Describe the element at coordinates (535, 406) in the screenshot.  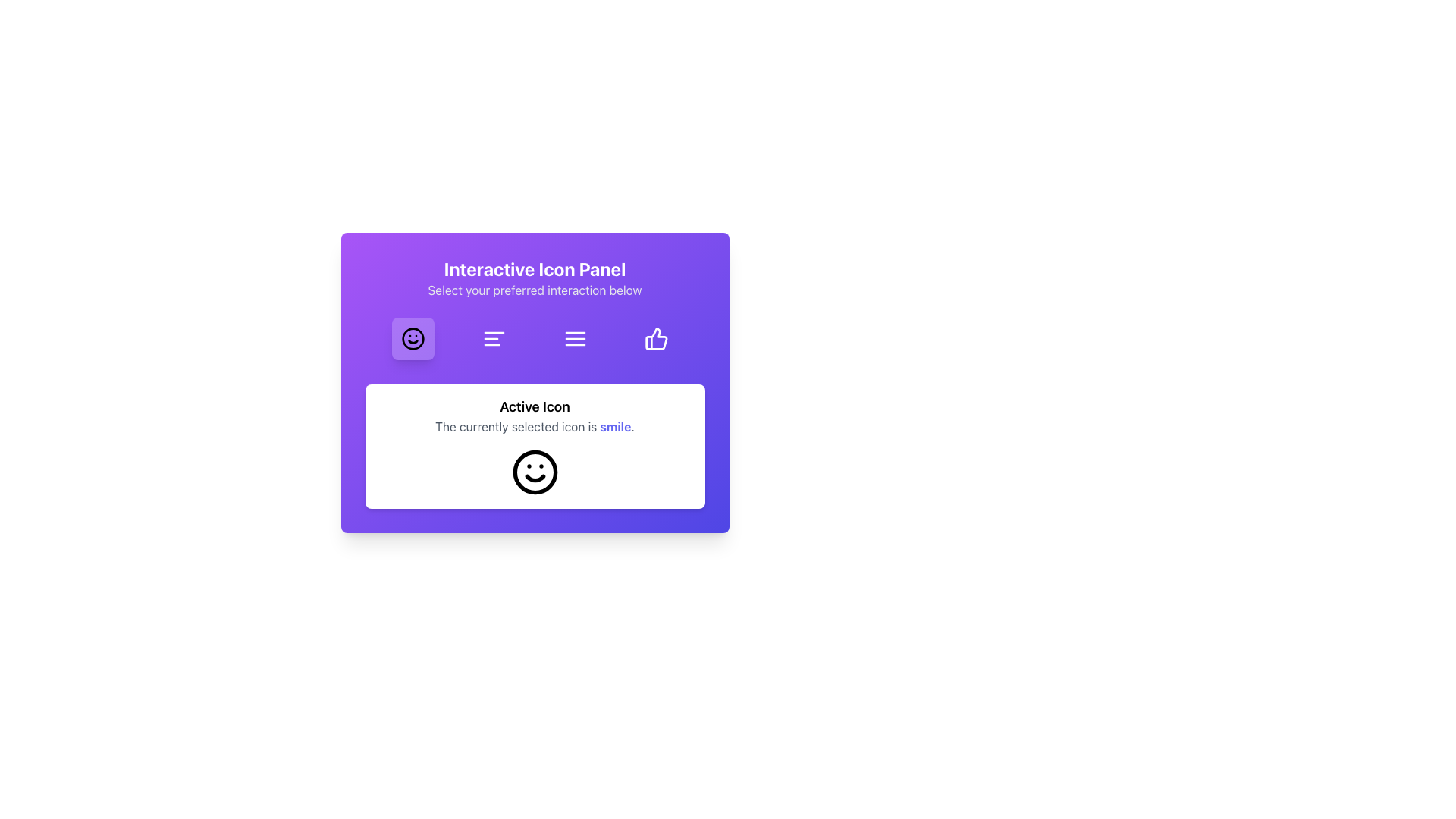
I see `the Text Label indicating the active icon selection within the interface, which is positioned at the top of a rounded rectangular card with a white background` at that location.